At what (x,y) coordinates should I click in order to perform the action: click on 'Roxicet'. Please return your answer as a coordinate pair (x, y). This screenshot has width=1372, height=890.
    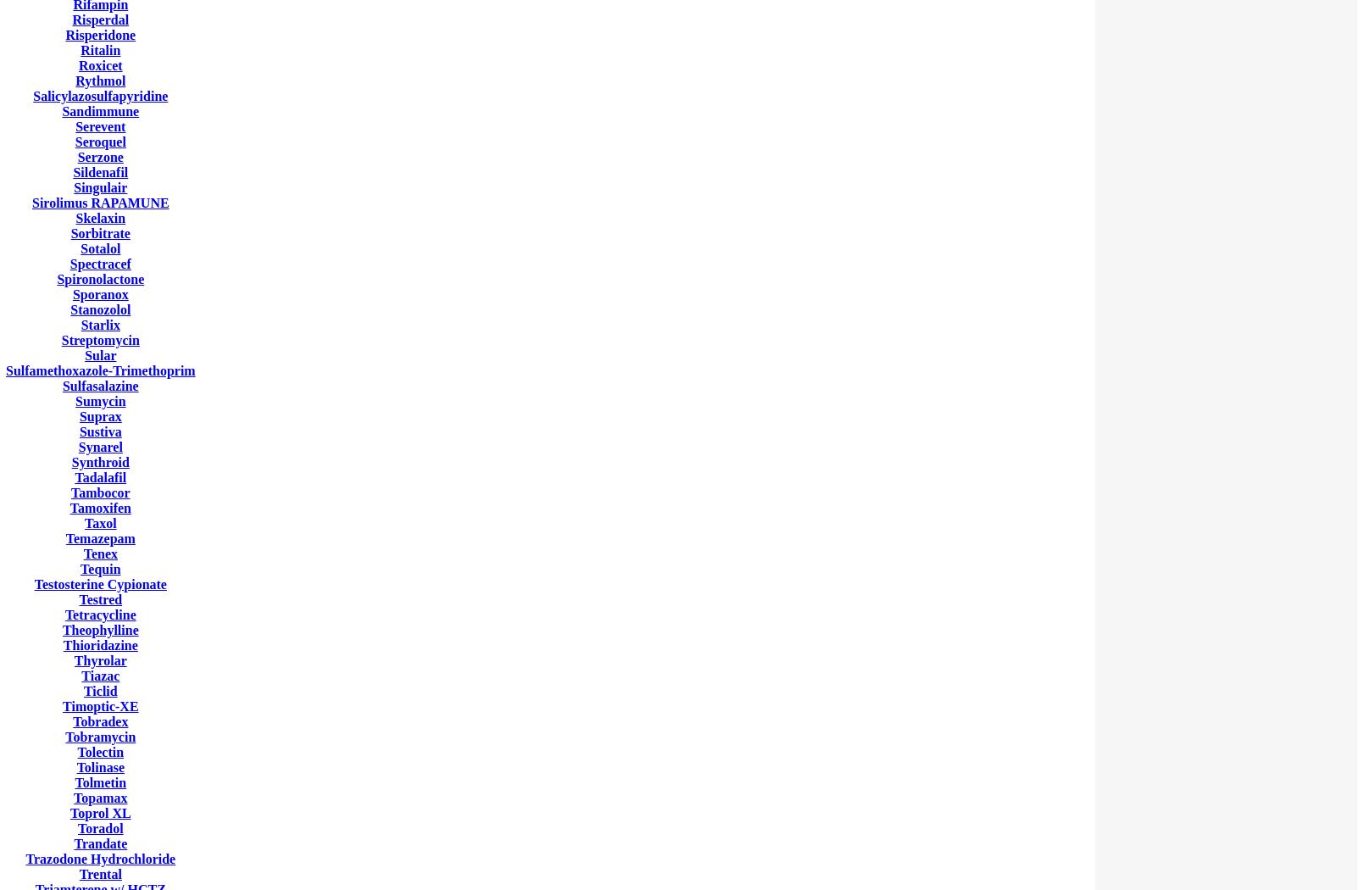
    Looking at the image, I should click on (100, 65).